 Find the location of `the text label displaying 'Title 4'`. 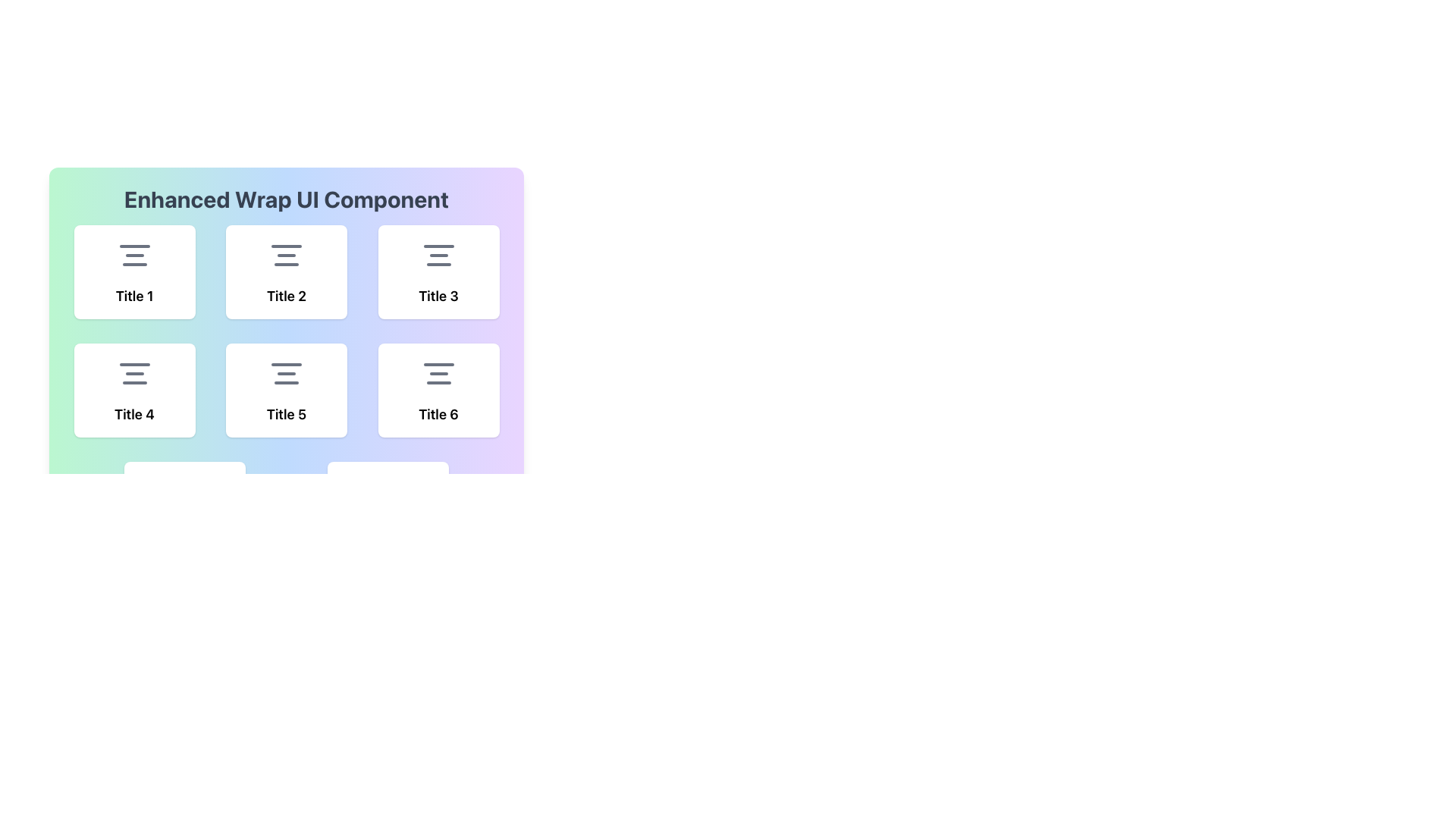

the text label displaying 'Title 4' is located at coordinates (134, 415).